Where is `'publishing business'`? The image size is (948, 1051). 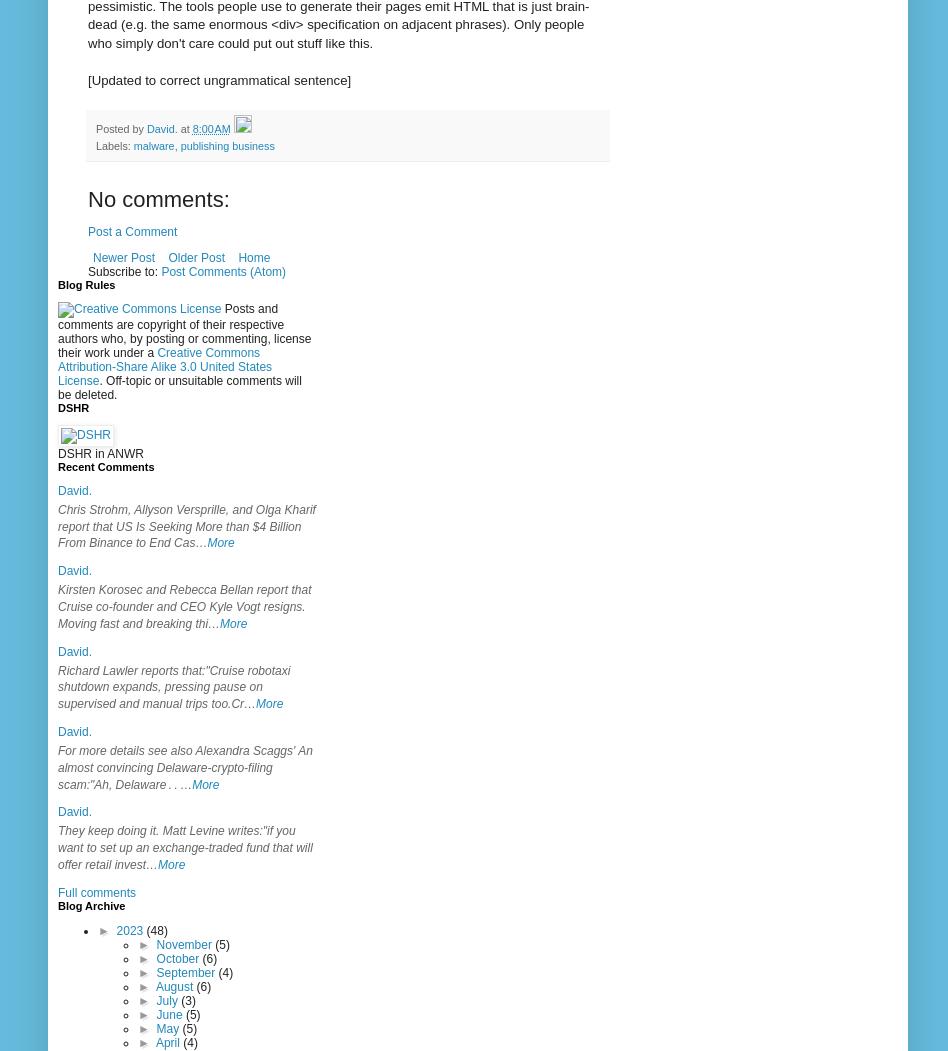 'publishing business' is located at coordinates (226, 144).